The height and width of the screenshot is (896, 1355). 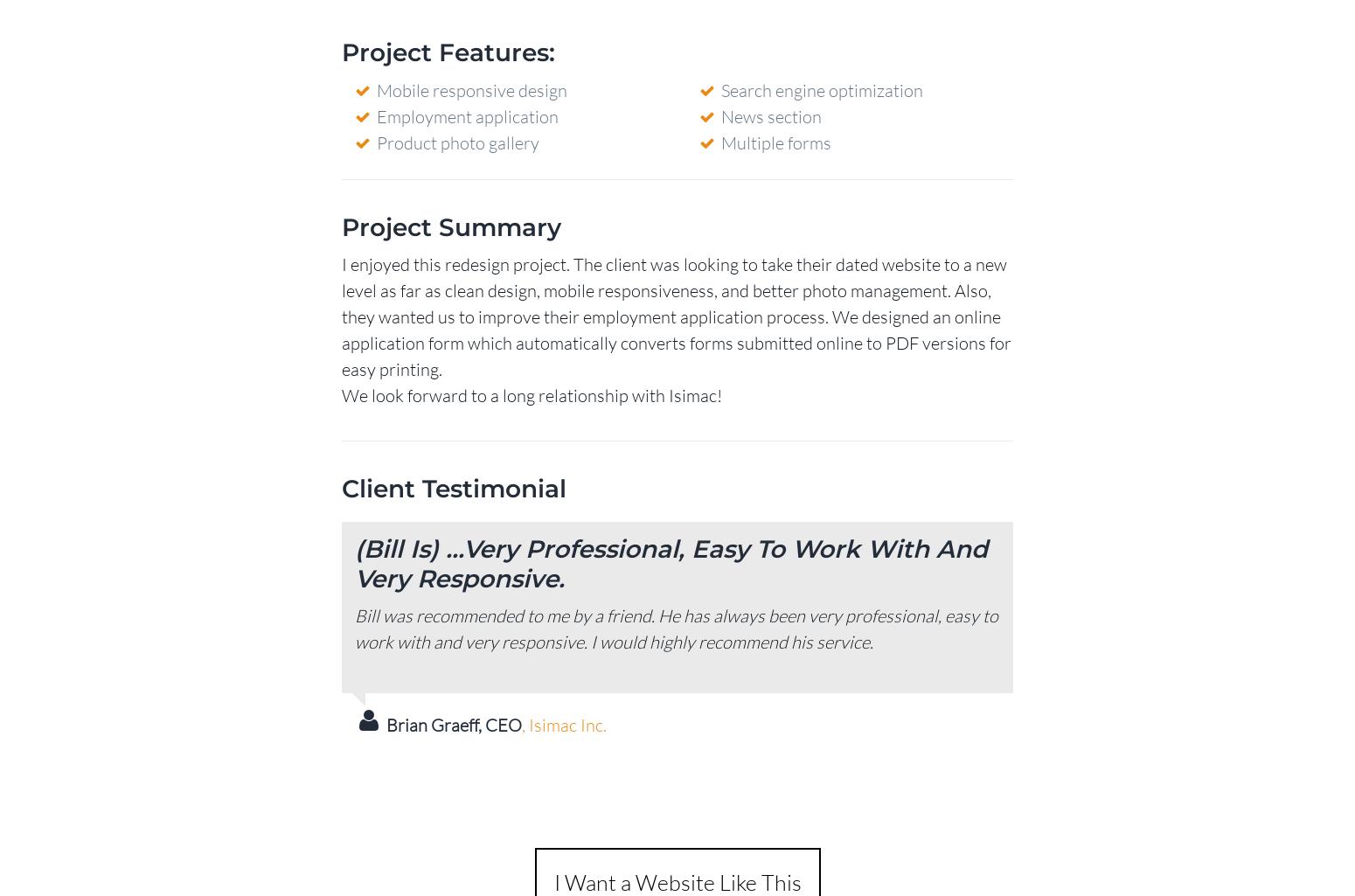 I want to click on 'Multiple forms', so click(x=775, y=141).